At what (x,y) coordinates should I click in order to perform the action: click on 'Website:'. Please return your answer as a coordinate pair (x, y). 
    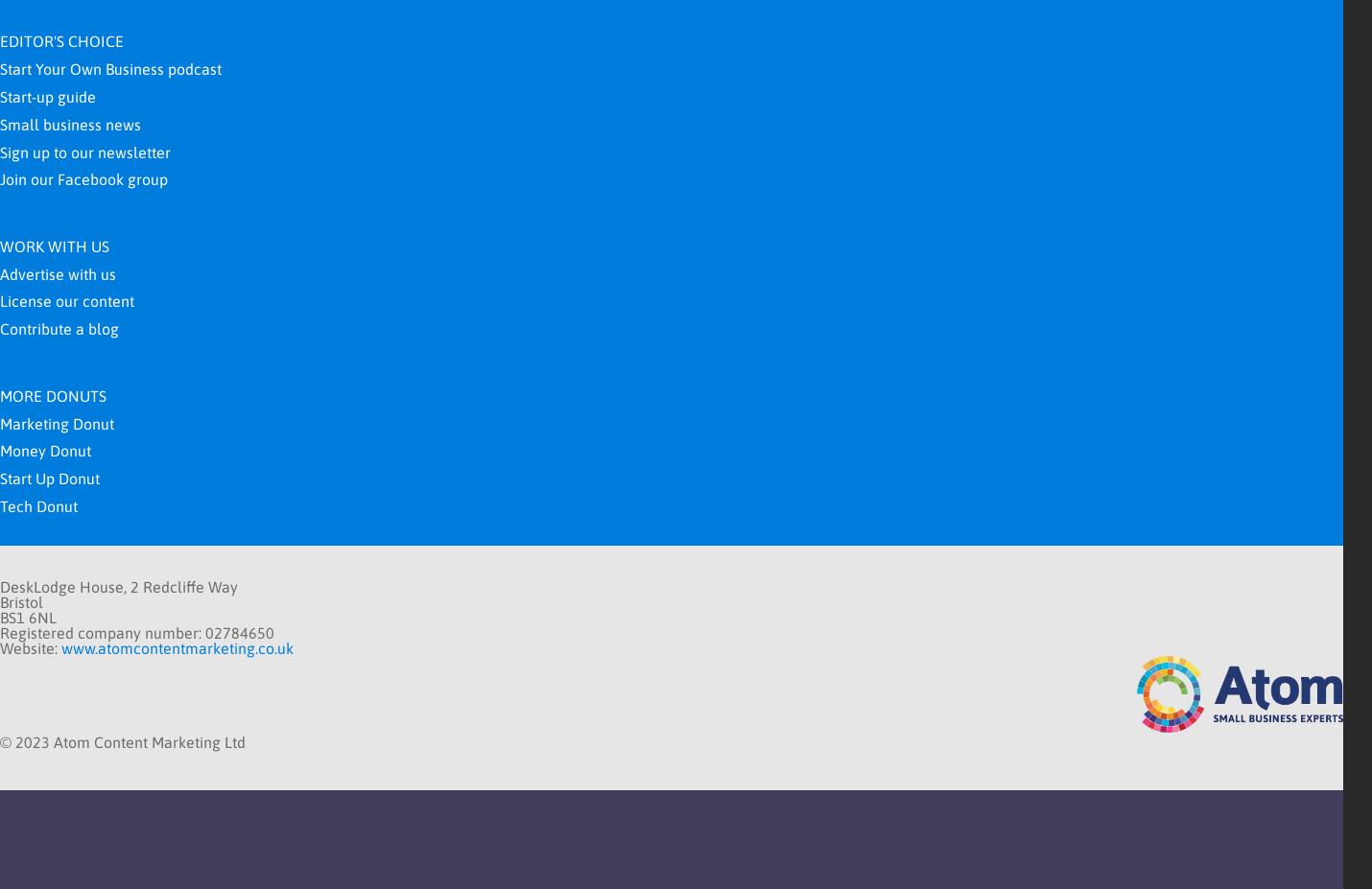
    Looking at the image, I should click on (30, 646).